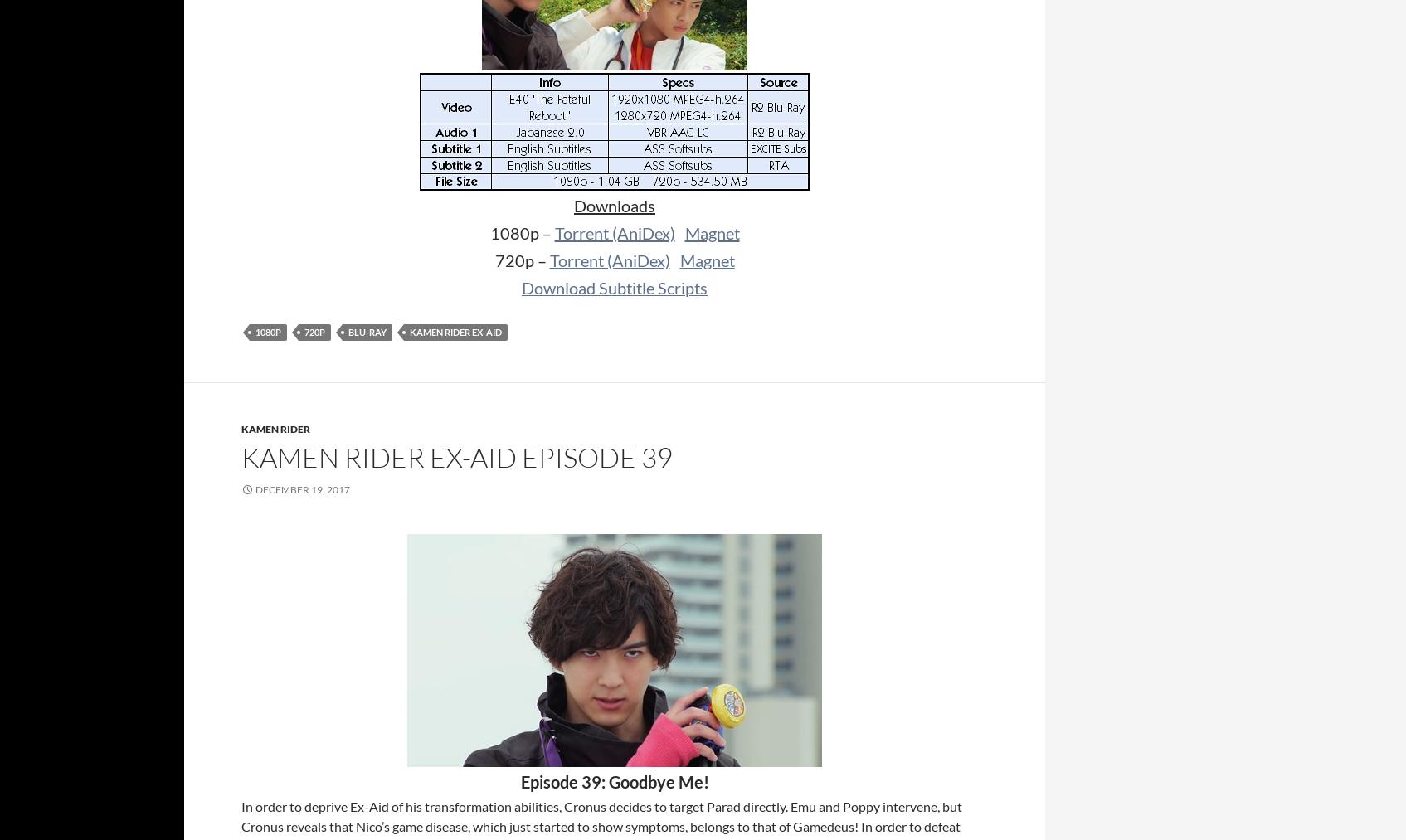  I want to click on 'Kamen Rider Ex-Aid Episode 39', so click(457, 457).